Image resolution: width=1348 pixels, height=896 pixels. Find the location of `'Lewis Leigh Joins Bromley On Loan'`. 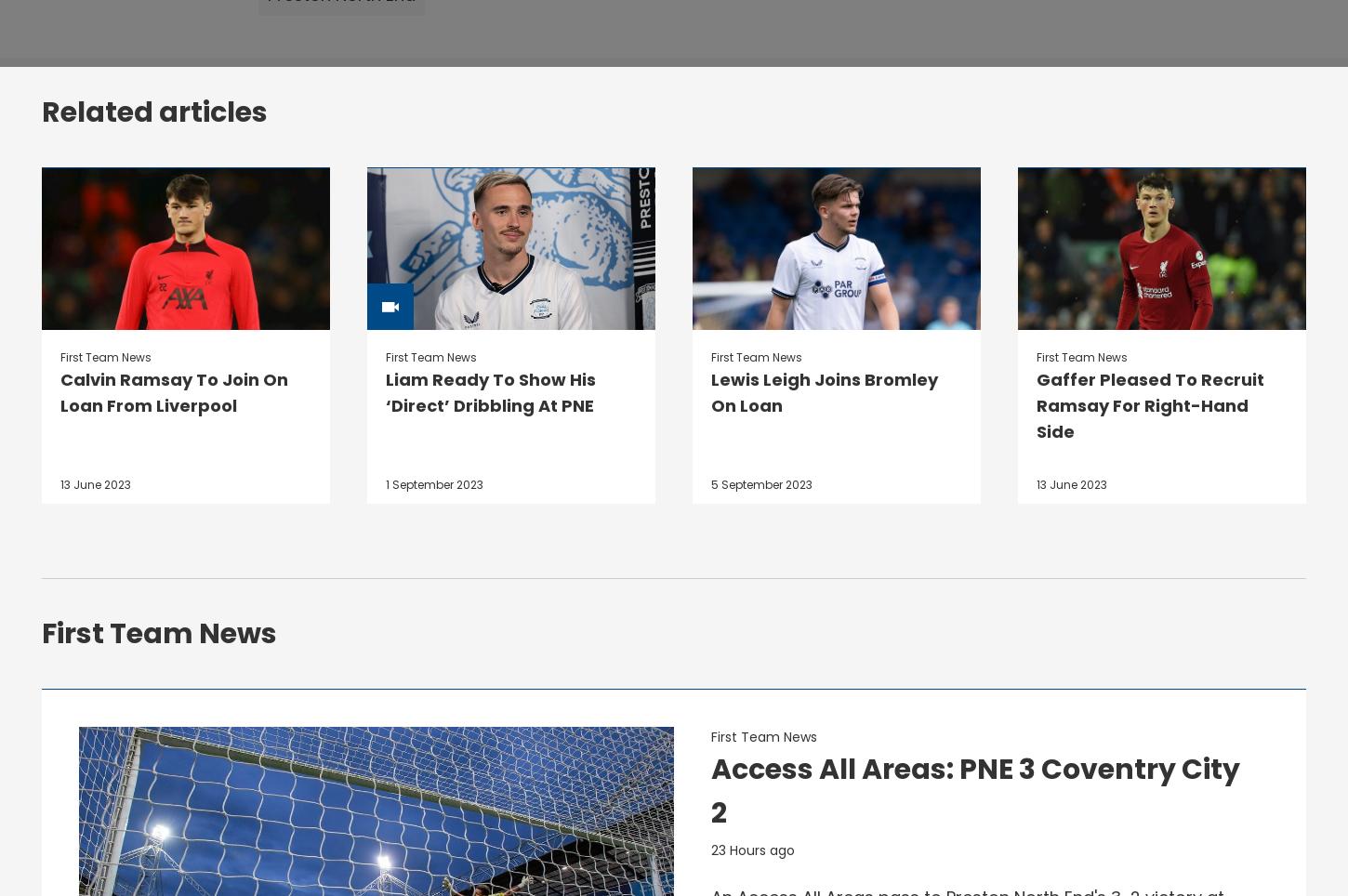

'Lewis Leigh Joins Bromley On Loan' is located at coordinates (711, 391).